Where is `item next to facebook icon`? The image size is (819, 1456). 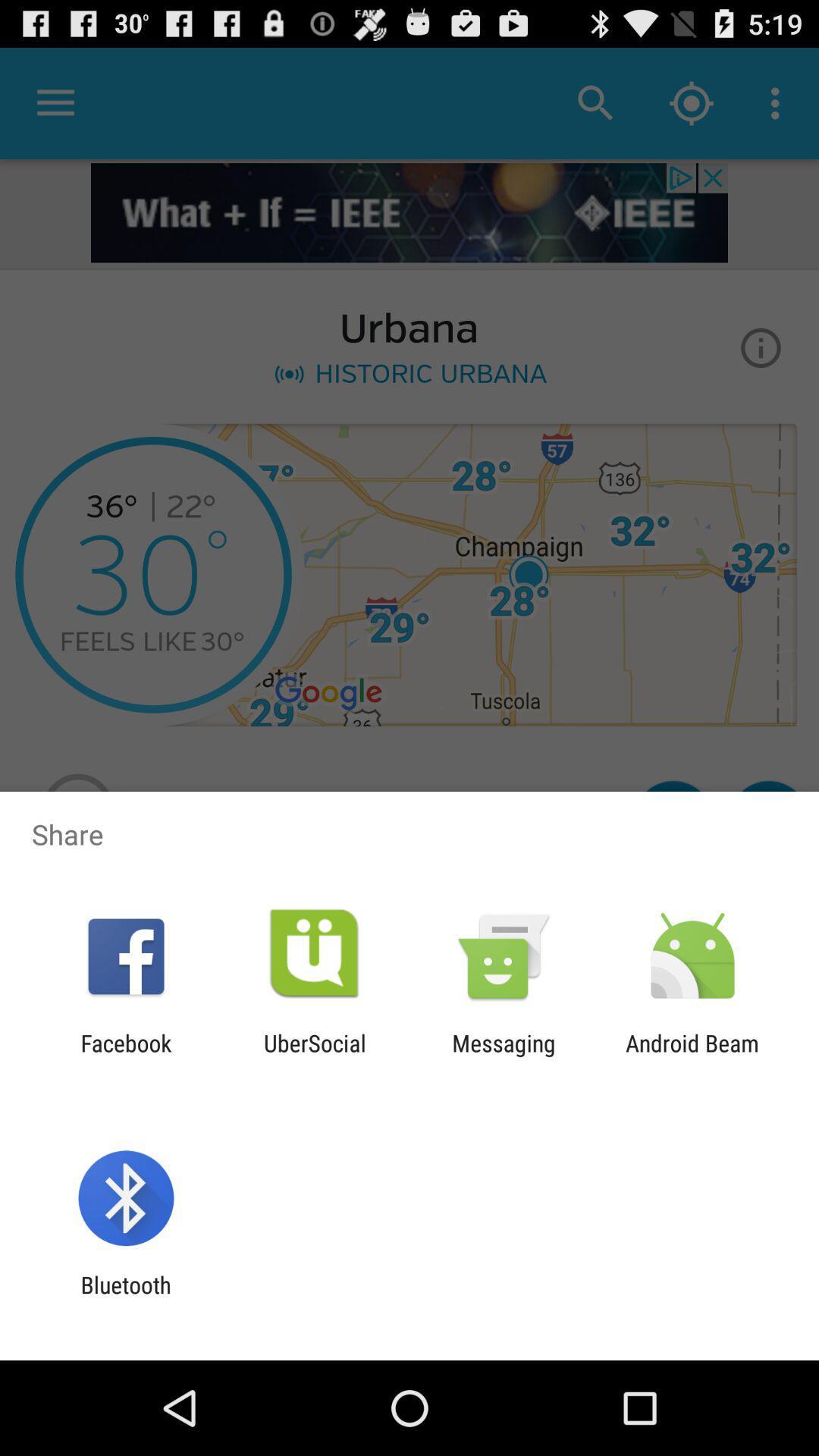 item next to facebook icon is located at coordinates (314, 1056).